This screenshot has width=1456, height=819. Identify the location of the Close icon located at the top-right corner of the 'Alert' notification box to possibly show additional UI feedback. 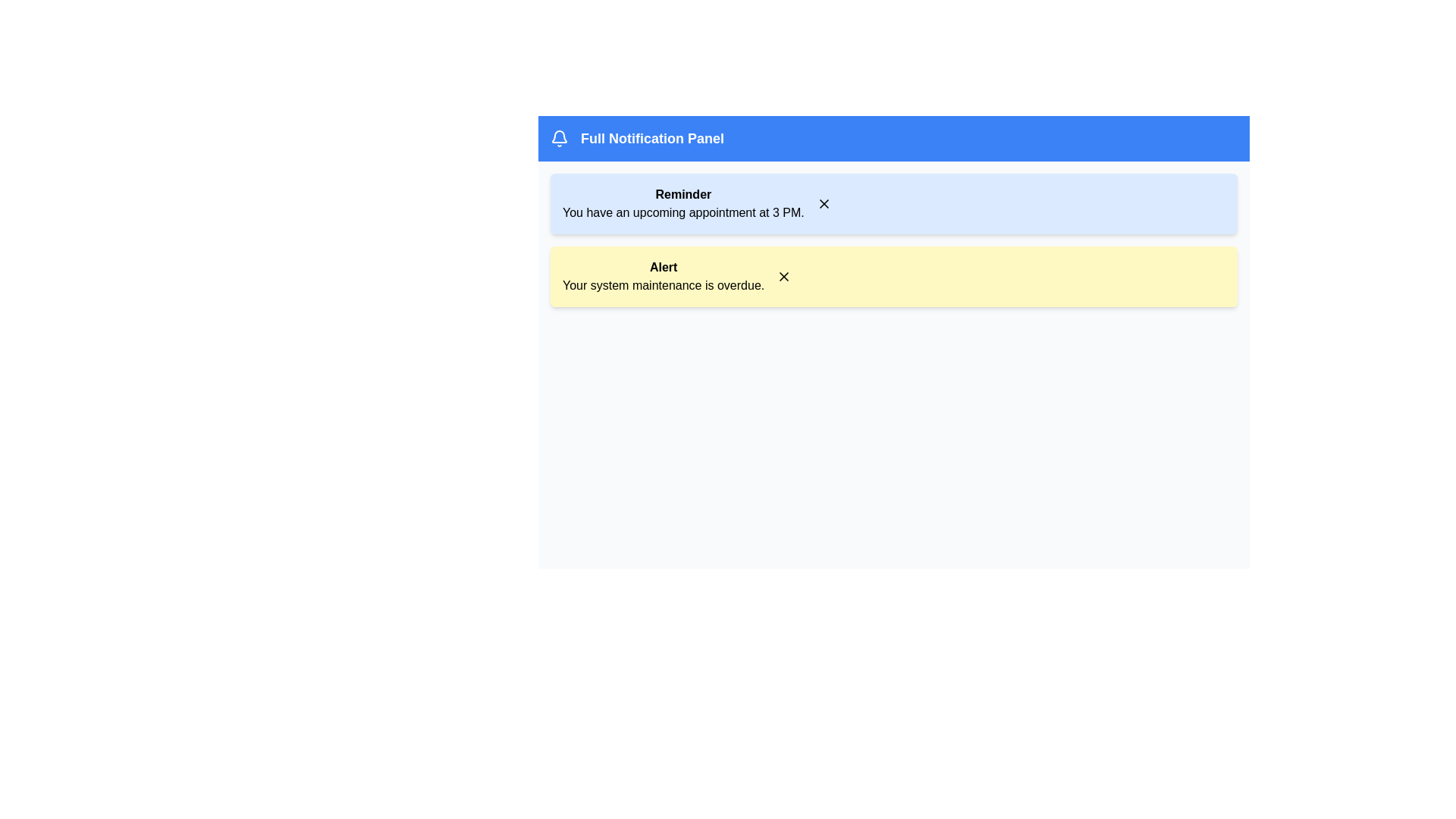
(823, 203).